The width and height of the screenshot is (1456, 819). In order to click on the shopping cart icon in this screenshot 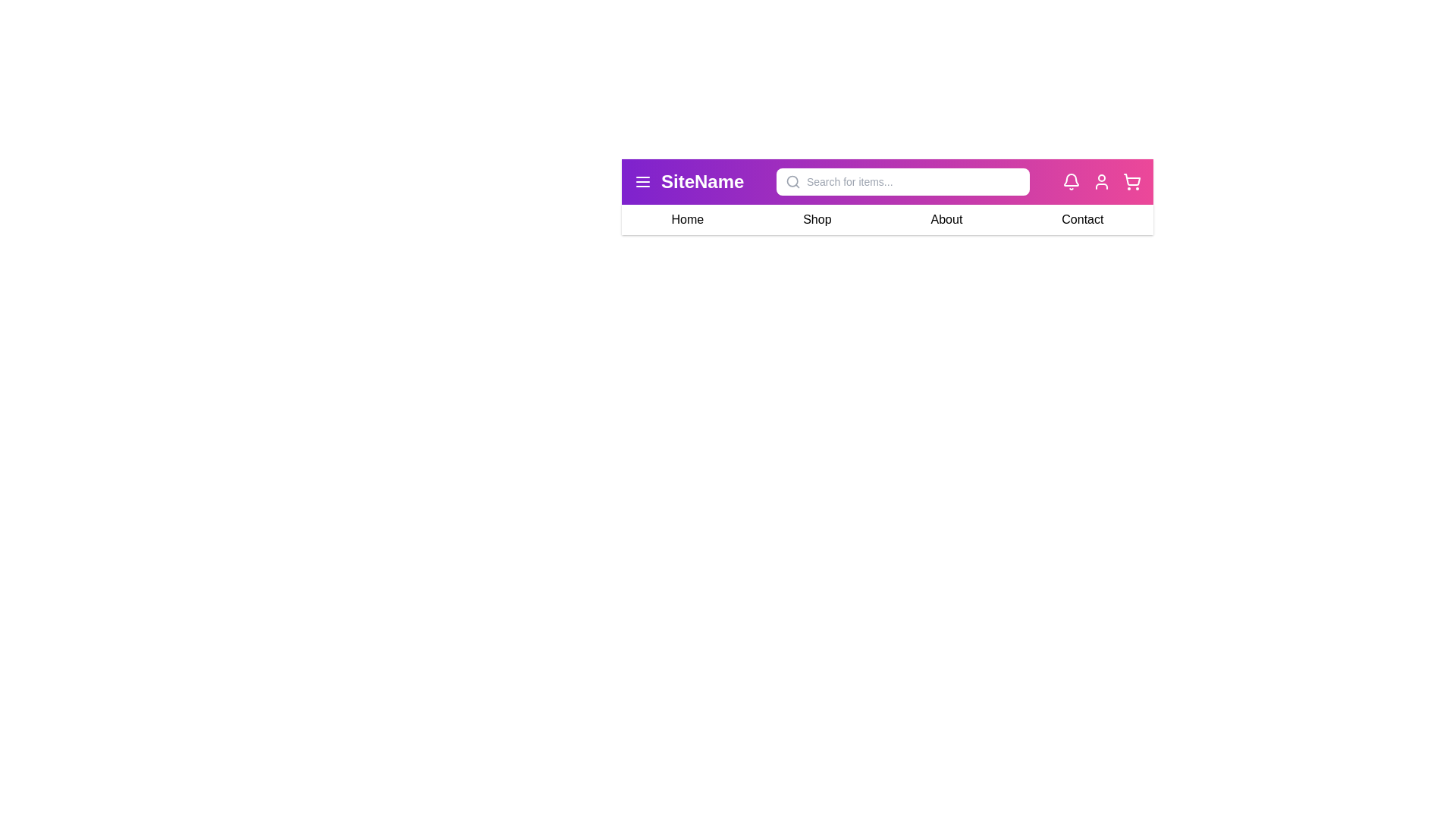, I will do `click(1131, 180)`.